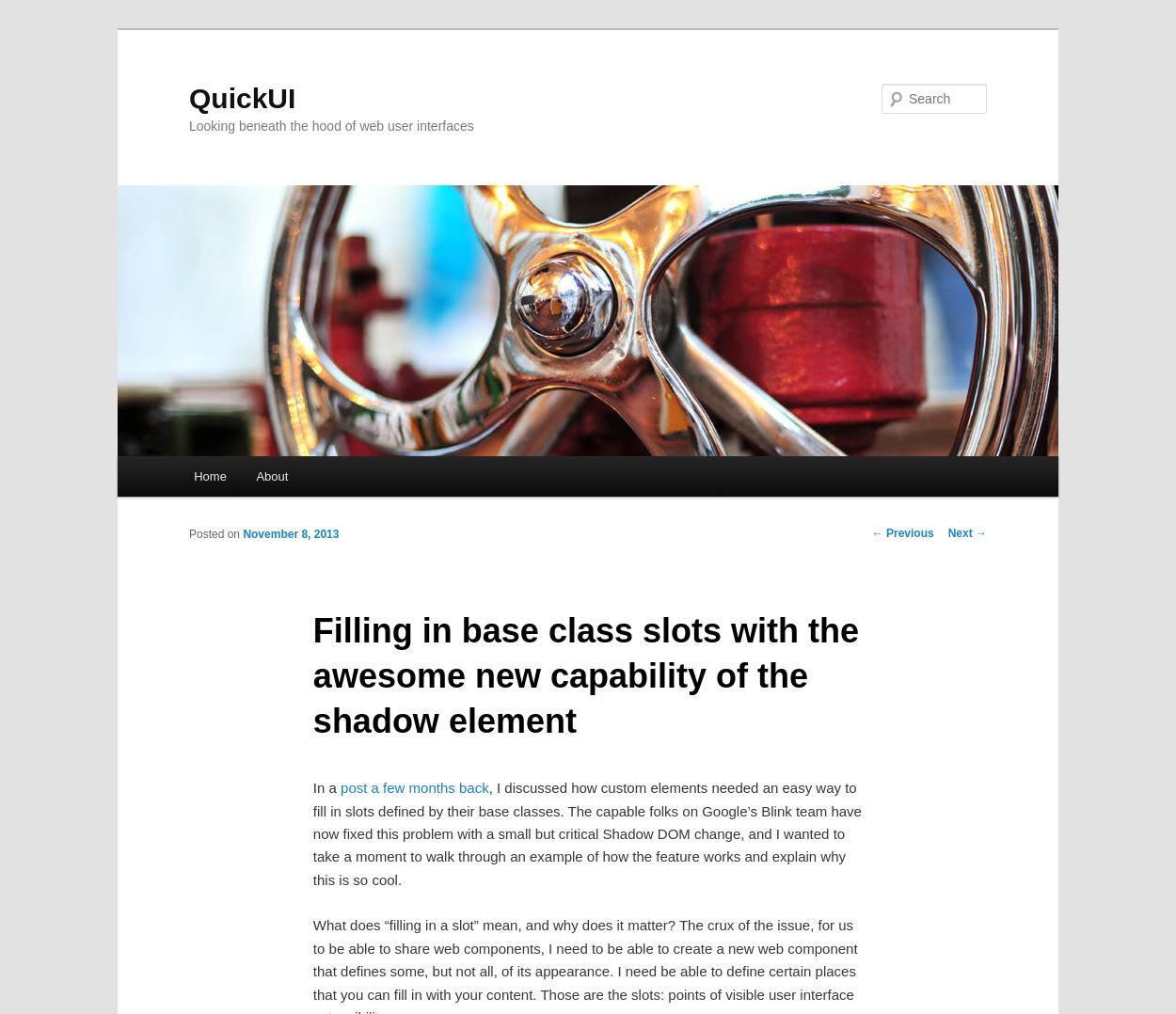 The height and width of the screenshot is (1014, 1176). I want to click on 'November 8, 2013', so click(291, 532).